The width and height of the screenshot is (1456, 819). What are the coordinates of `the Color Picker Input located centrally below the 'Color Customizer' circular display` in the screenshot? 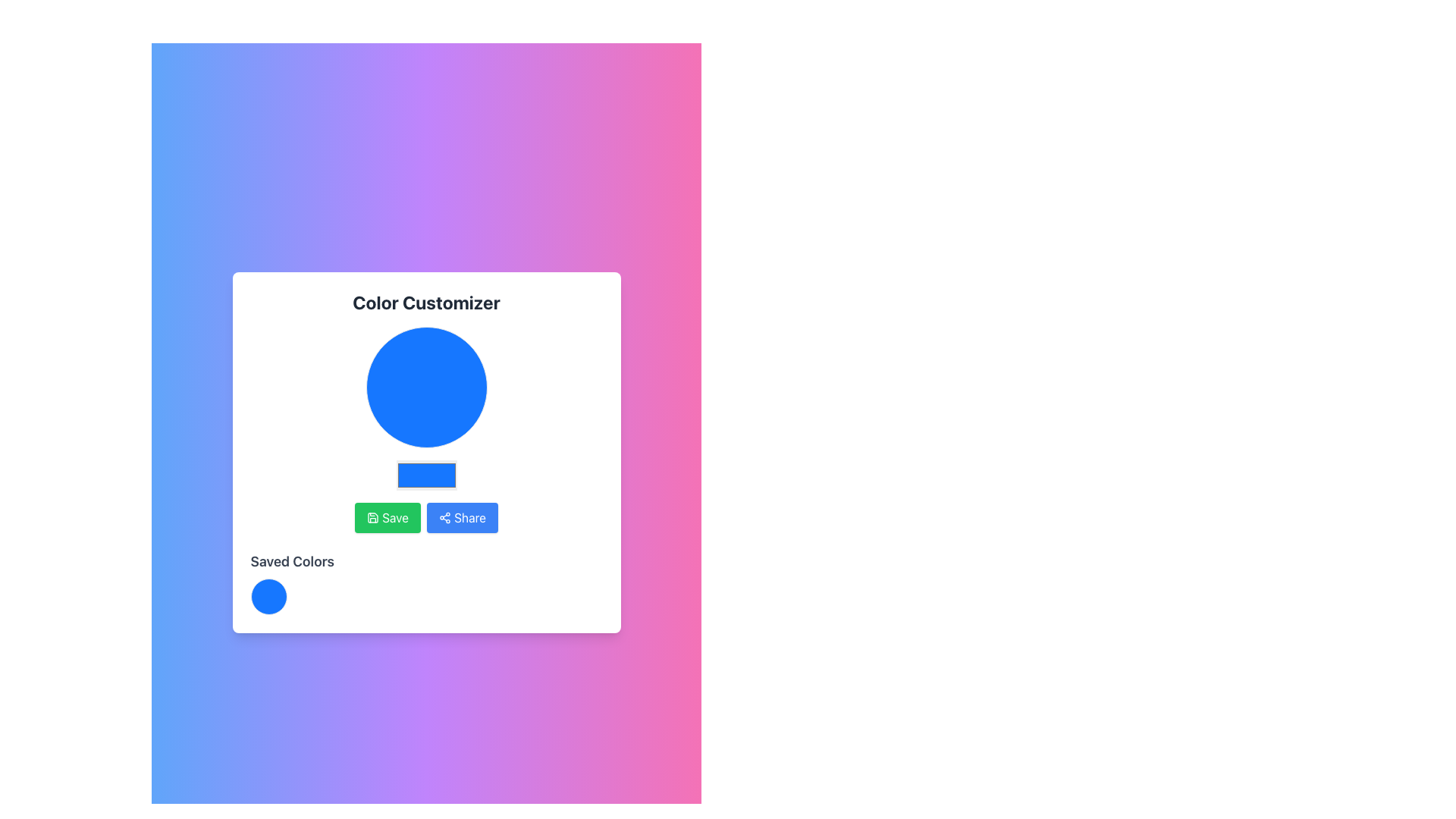 It's located at (425, 452).